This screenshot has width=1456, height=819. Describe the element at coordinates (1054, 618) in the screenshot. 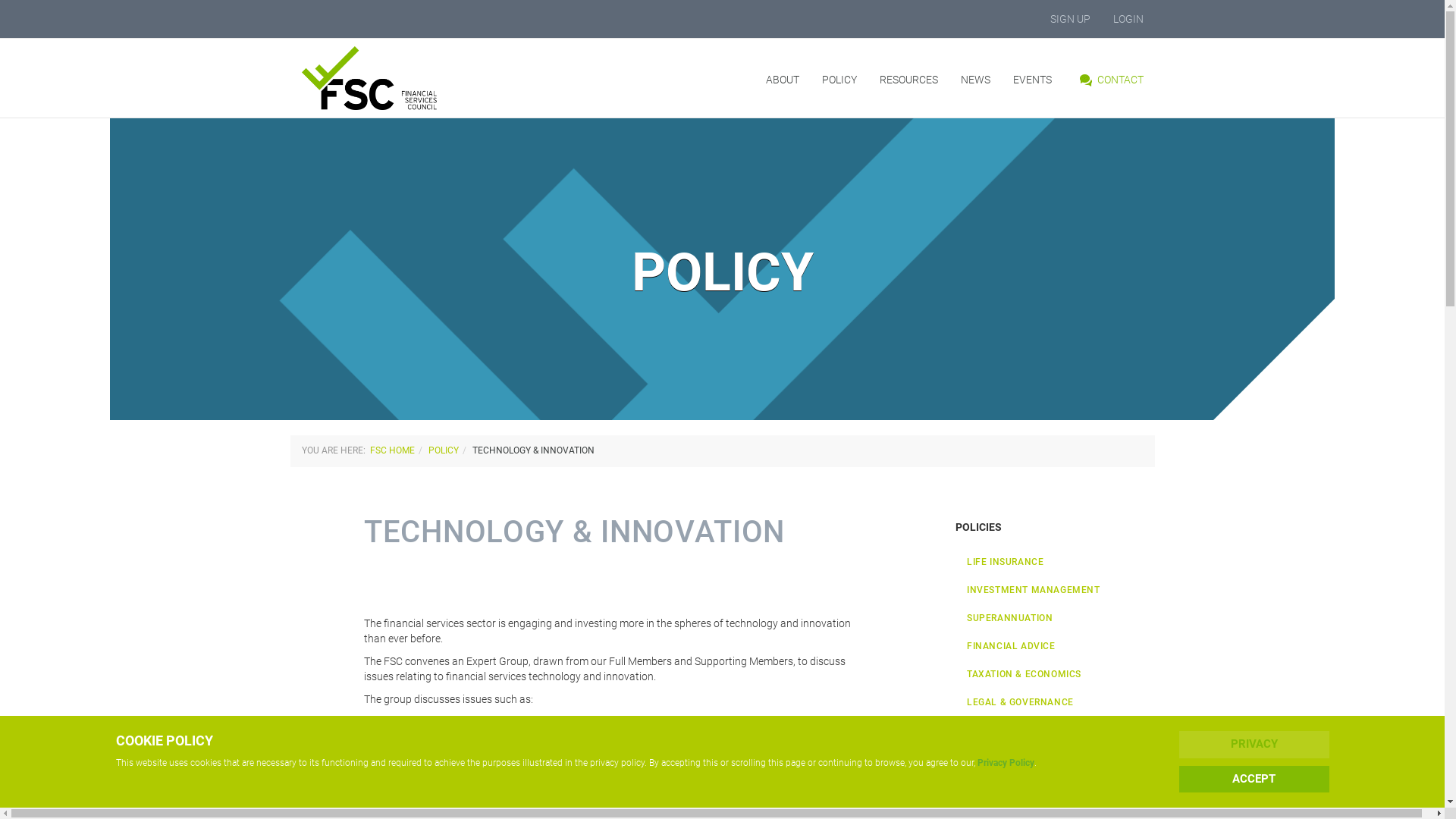

I see `'SUPERANNUATION'` at that location.